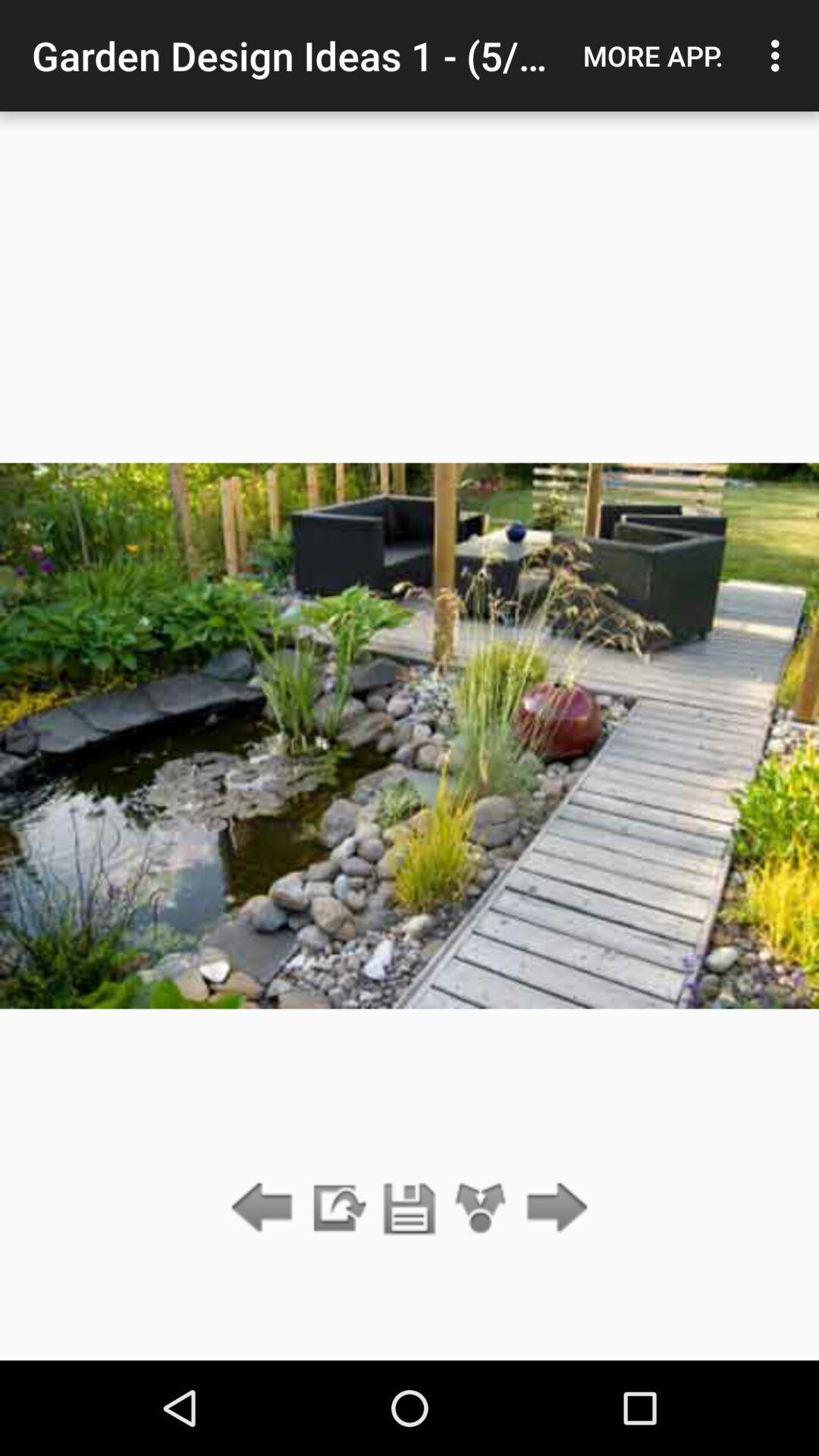 The image size is (819, 1456). What do you see at coordinates (409, 1208) in the screenshot?
I see `the image` at bounding box center [409, 1208].